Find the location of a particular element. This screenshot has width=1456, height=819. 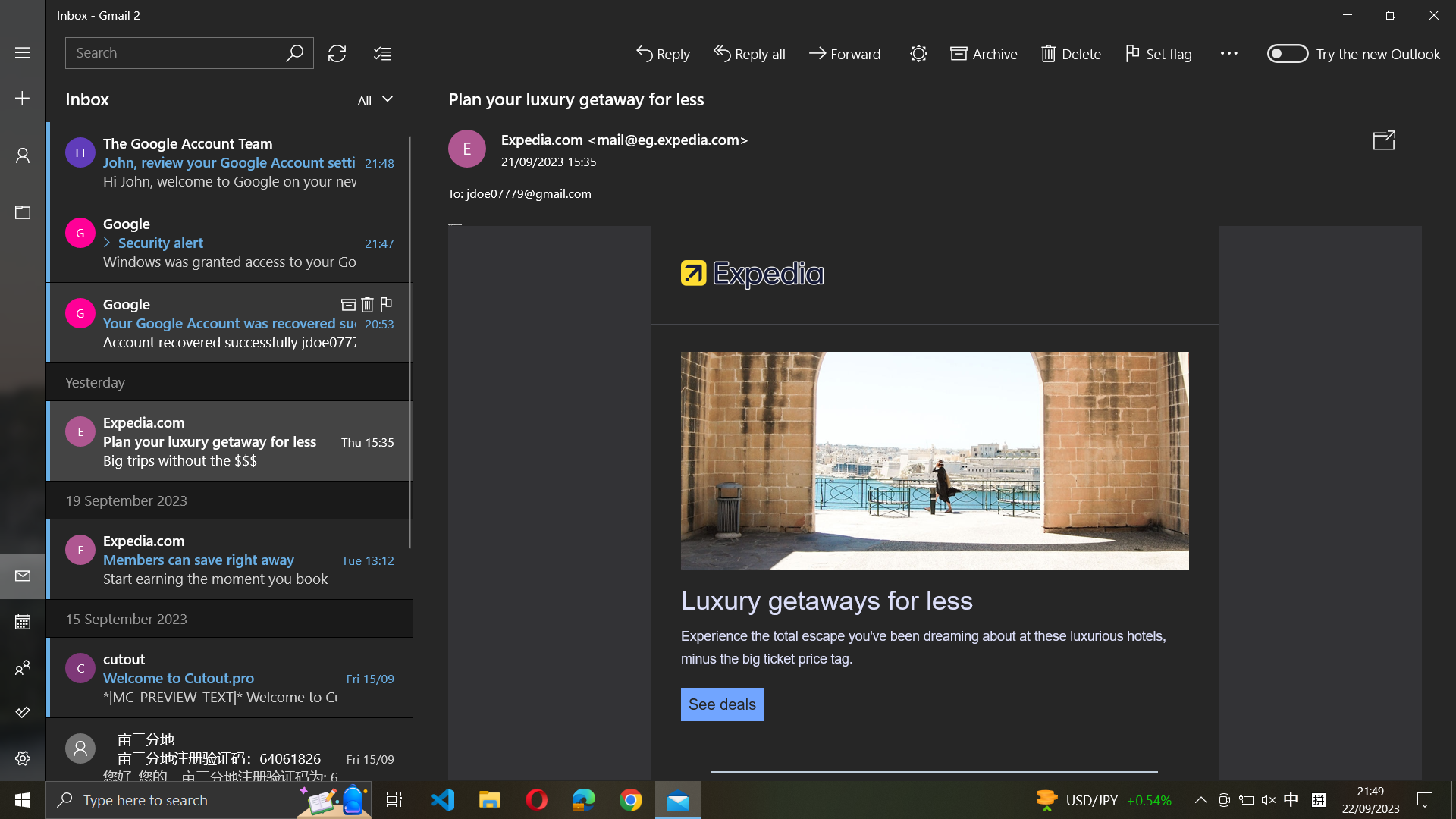

all correspondence from Expedia.com in mail is located at coordinates (188, 52).